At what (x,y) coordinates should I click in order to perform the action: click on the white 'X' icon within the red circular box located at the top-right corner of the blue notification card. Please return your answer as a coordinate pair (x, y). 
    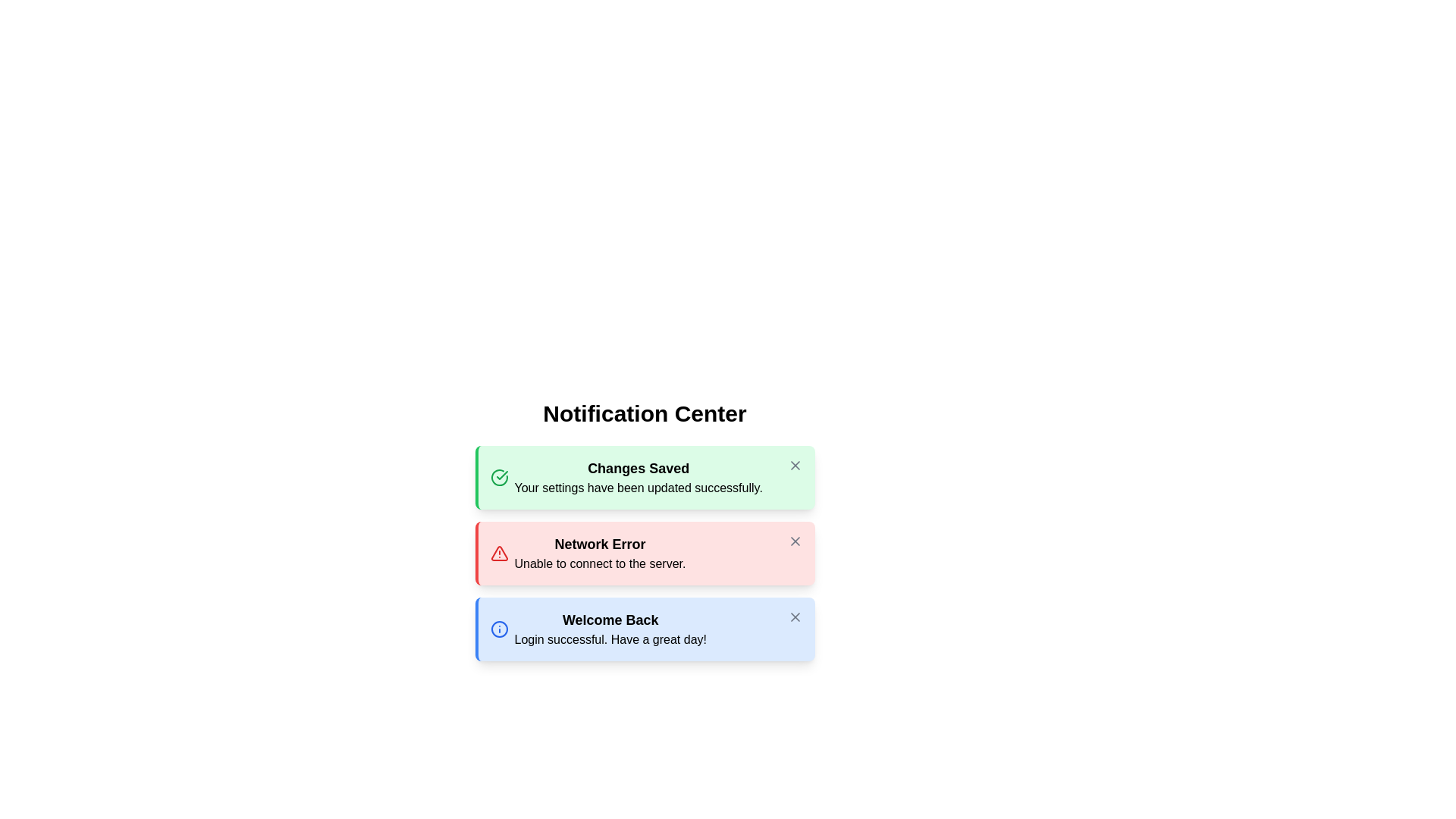
    Looking at the image, I should click on (794, 617).